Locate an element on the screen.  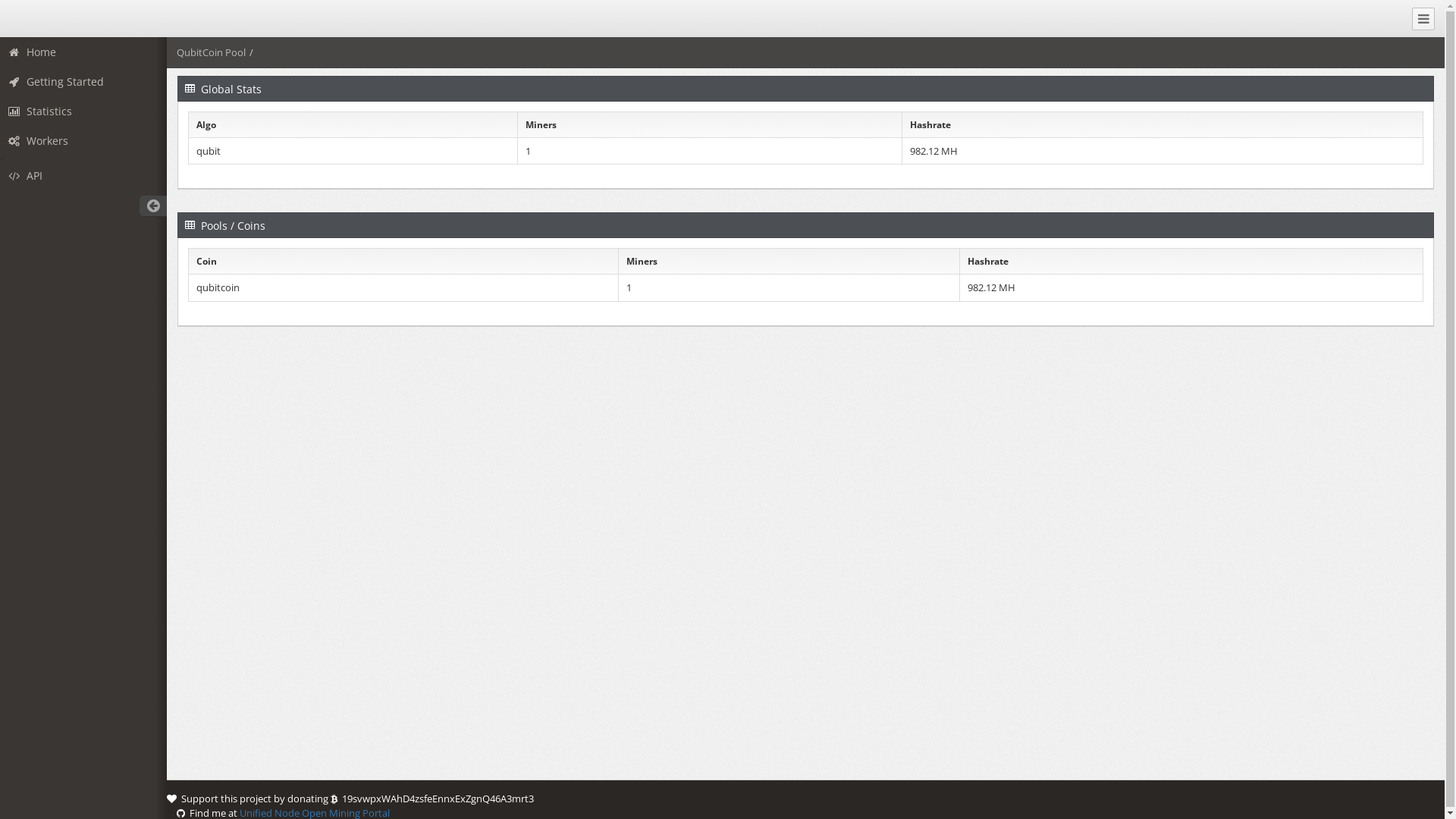
'API' is located at coordinates (83, 174).